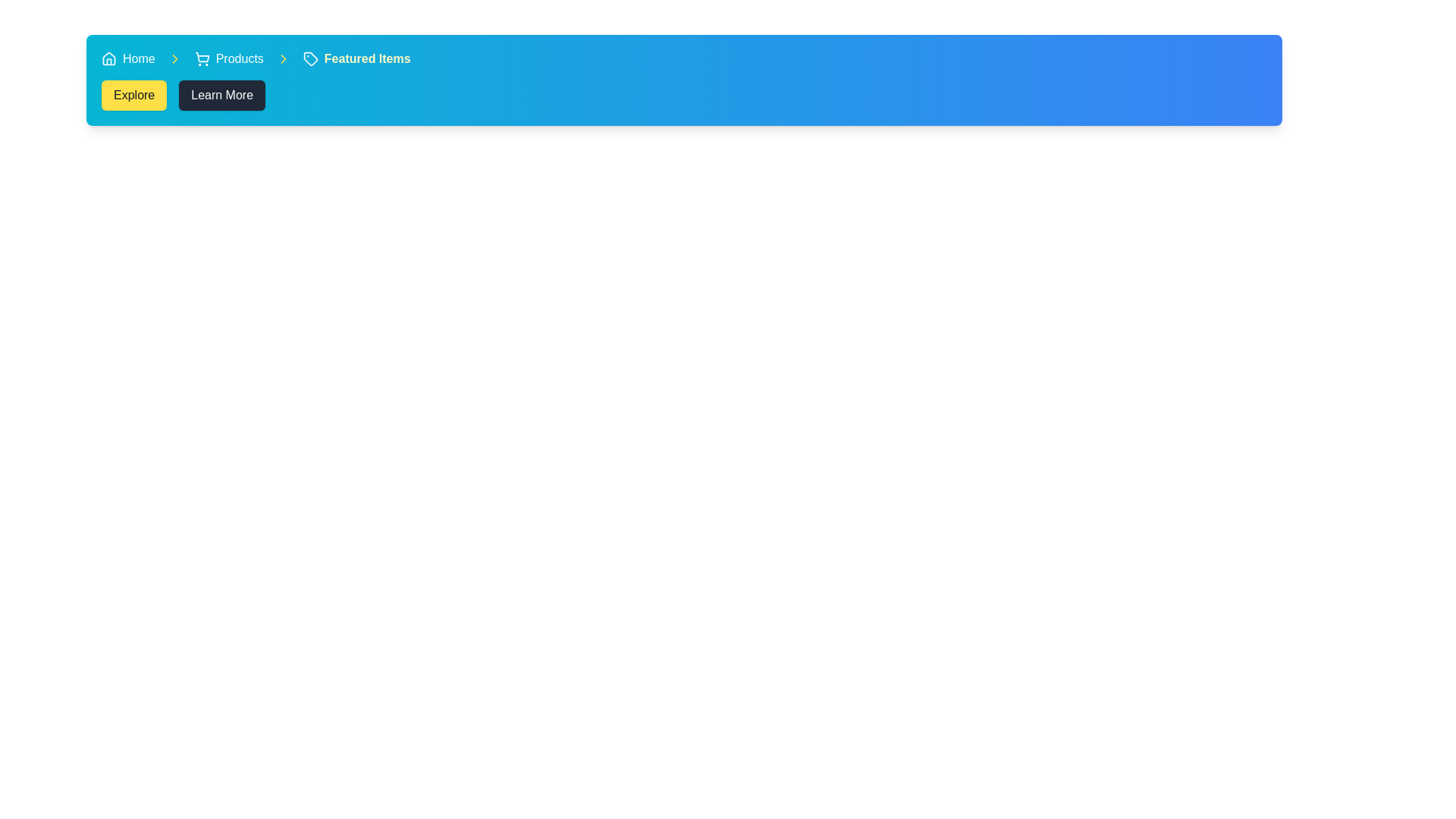 The width and height of the screenshot is (1456, 819). What do you see at coordinates (128, 58) in the screenshot?
I see `the 'Home' link in the navigation bar, which features a house-shaped icon and white text that changes to yellow on hover` at bounding box center [128, 58].